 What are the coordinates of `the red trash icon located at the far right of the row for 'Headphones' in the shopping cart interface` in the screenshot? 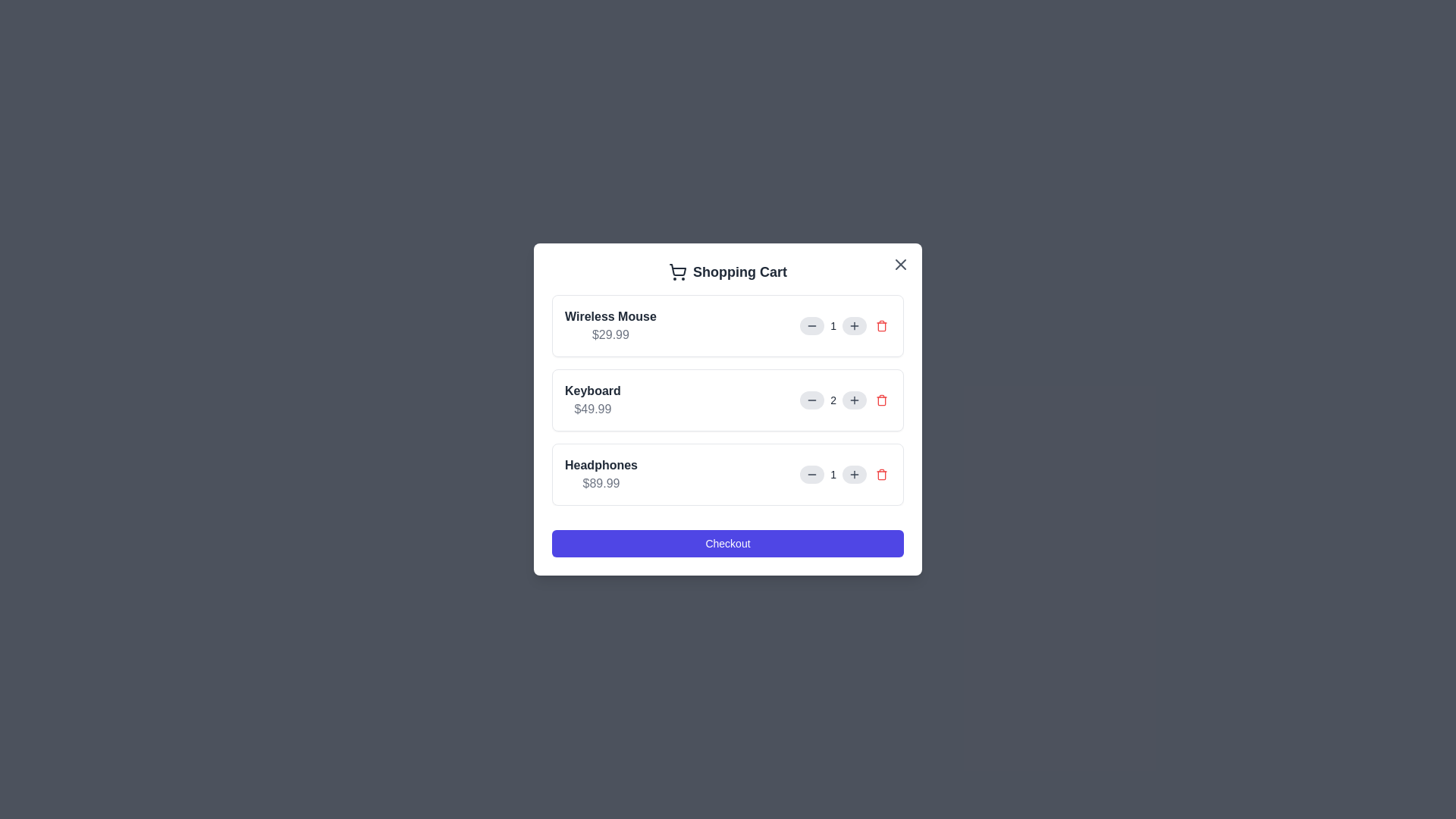 It's located at (881, 473).